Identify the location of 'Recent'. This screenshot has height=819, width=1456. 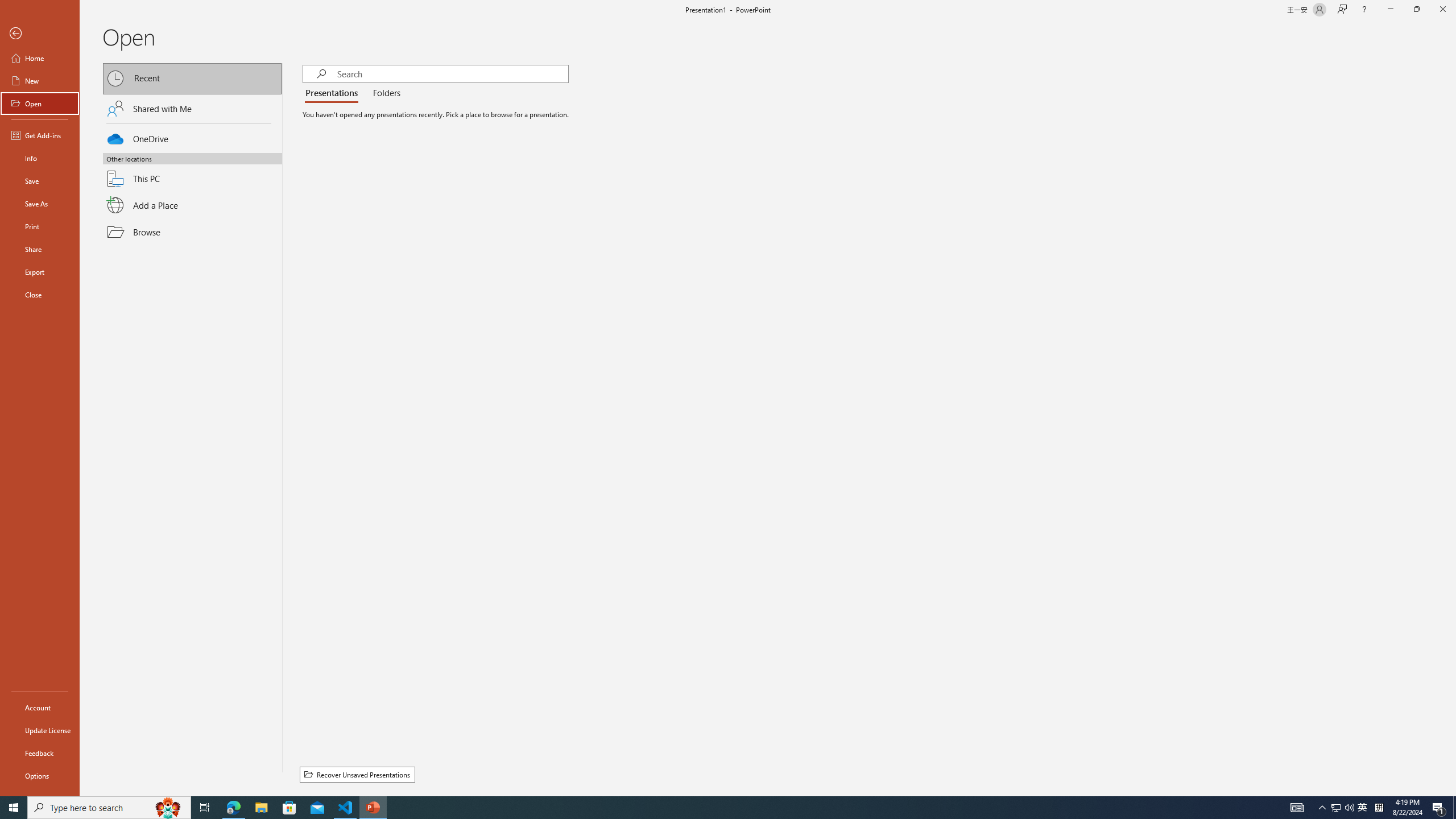
(192, 78).